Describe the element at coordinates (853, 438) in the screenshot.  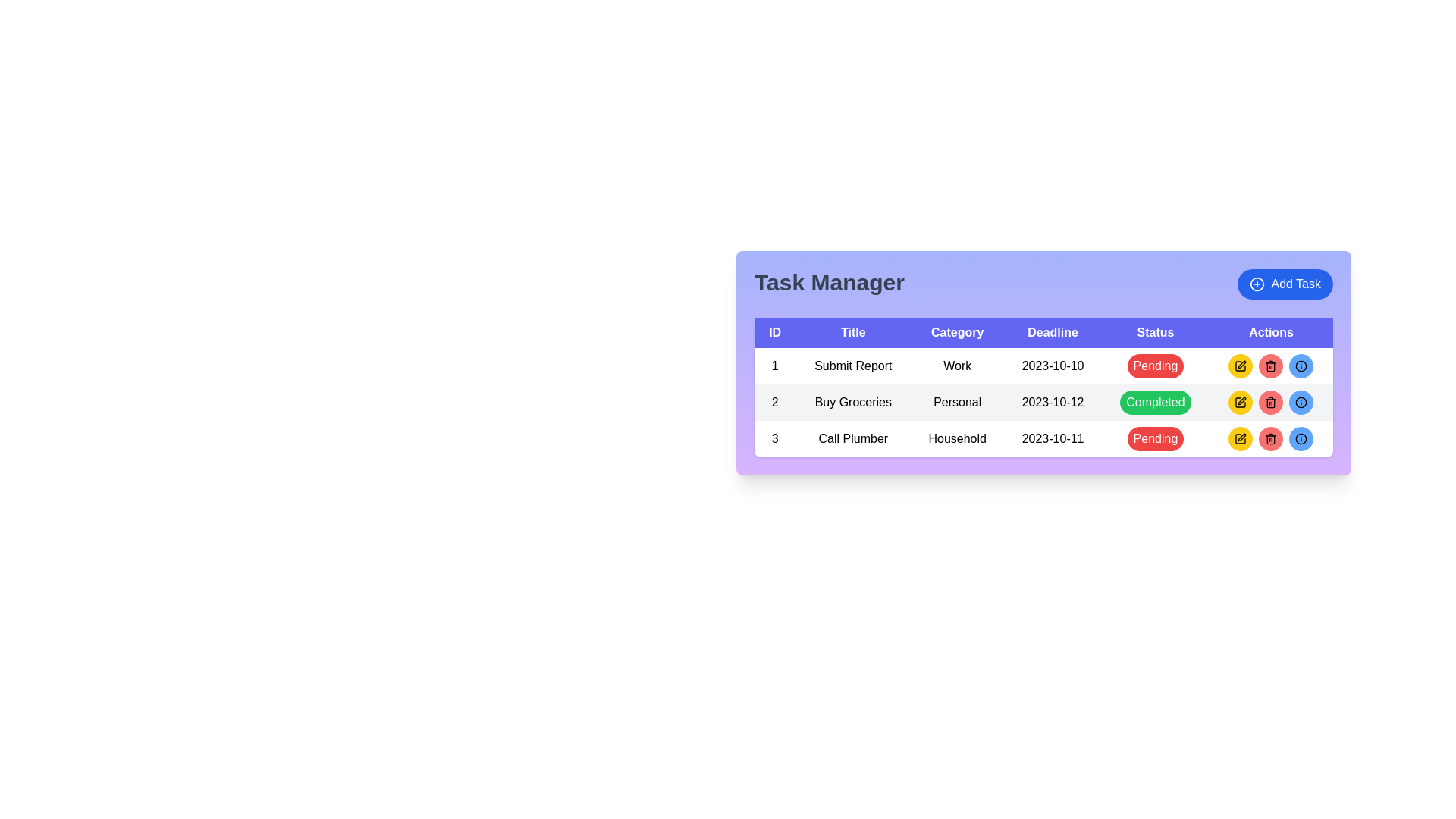
I see `the text label that reads 'Call Plumber' located in the third row under the 'Title' column of the 'Task Manager' table` at that location.